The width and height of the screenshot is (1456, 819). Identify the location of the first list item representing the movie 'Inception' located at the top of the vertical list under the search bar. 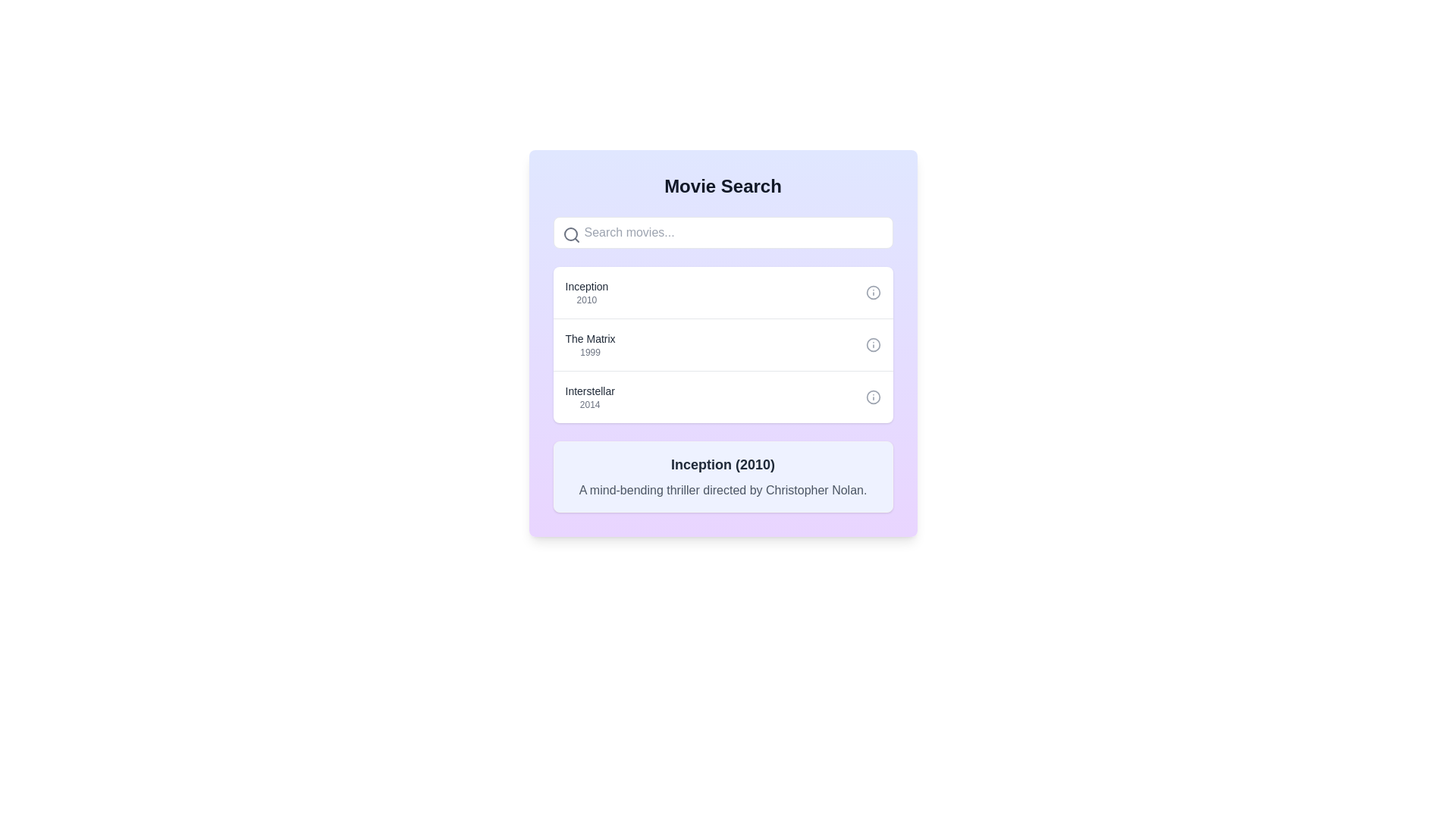
(585, 292).